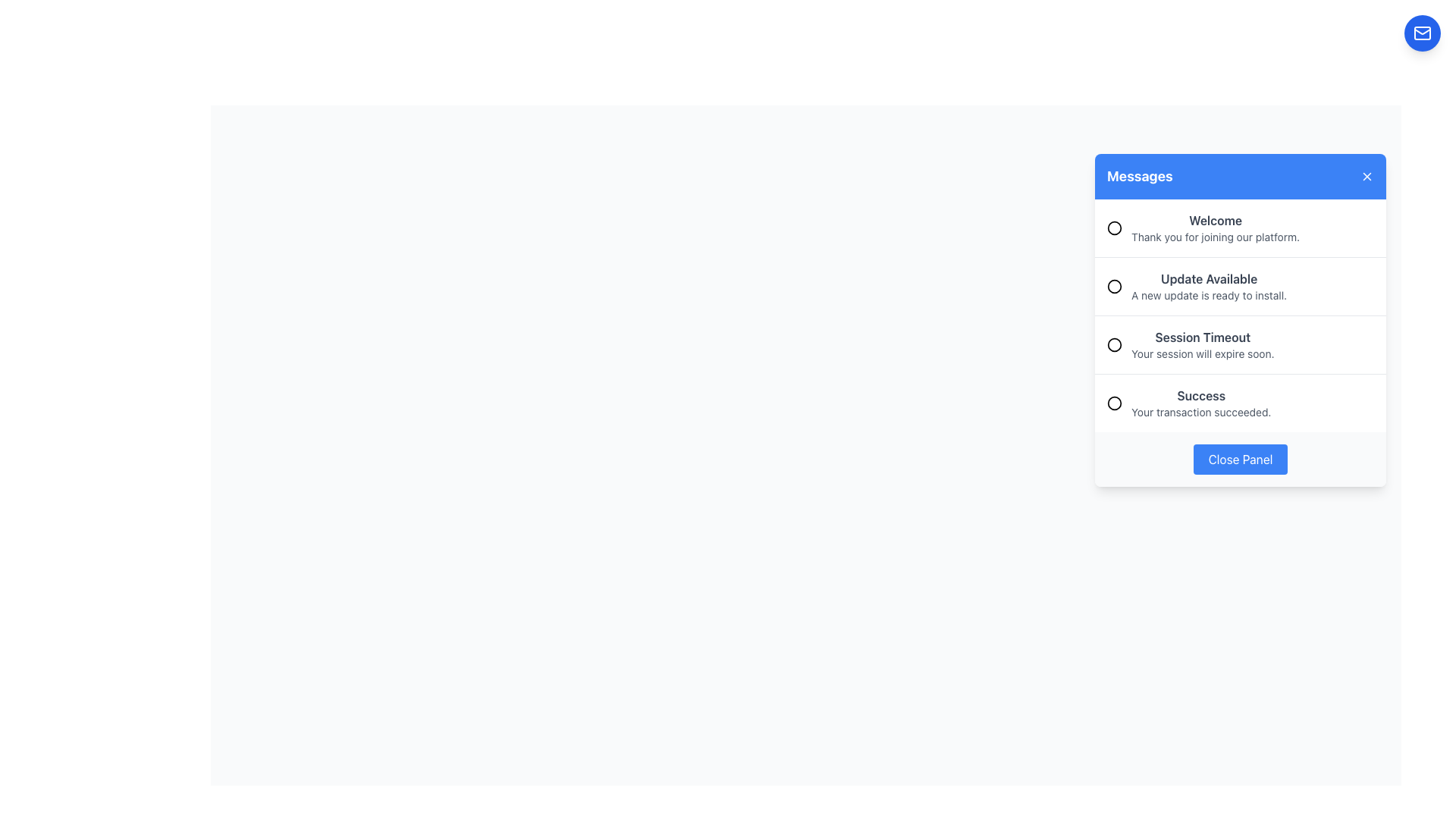 This screenshot has height=819, width=1456. Describe the element at coordinates (1114, 403) in the screenshot. I see `the SVG circle element that visually represents a success icon next to the text 'Success: Your transaction succeeded.'` at that location.